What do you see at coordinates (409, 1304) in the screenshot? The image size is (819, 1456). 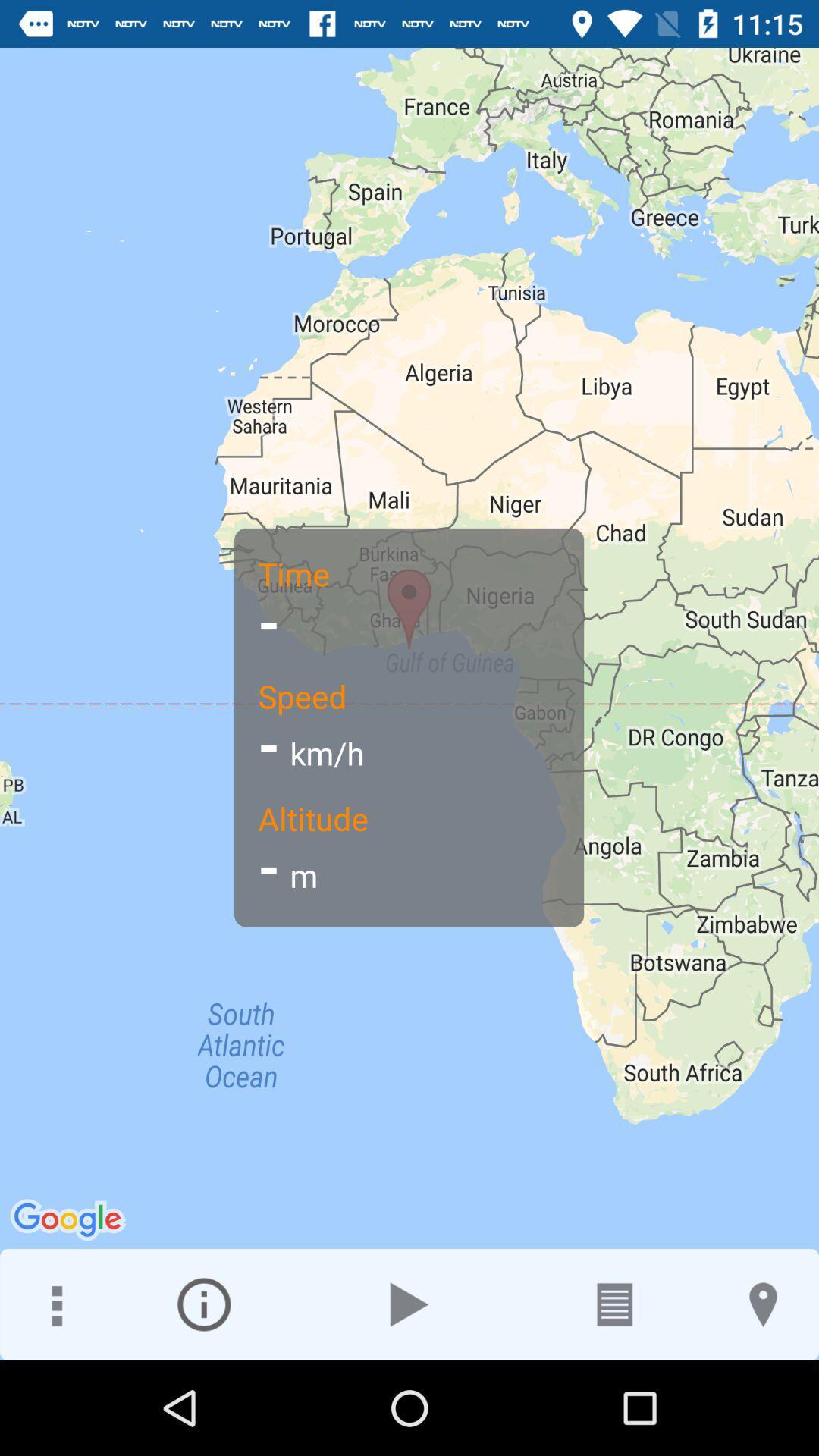 I see `the play icon` at bounding box center [409, 1304].